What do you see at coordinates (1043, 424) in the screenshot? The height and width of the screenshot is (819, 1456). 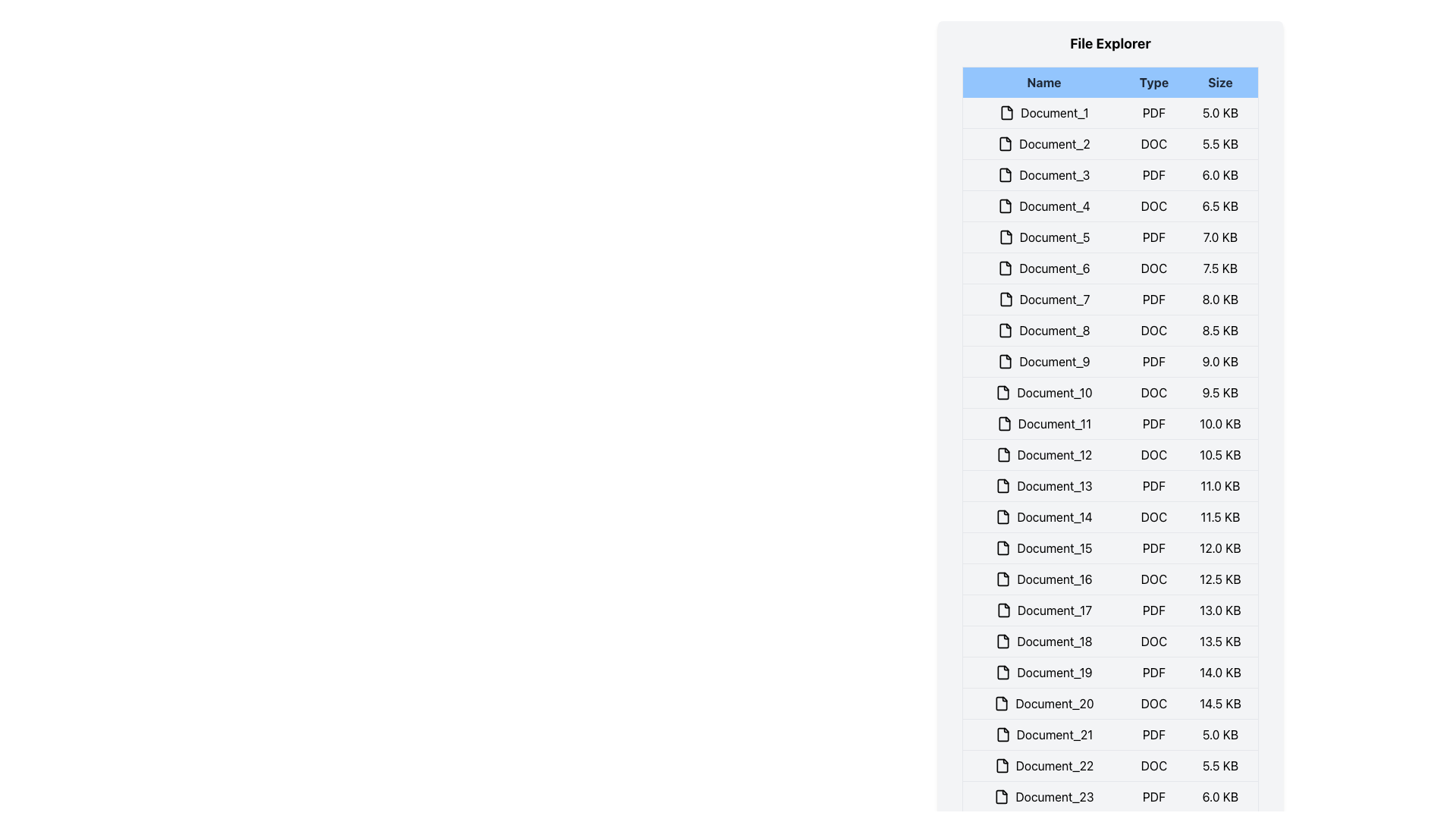 I see `the text label representing the name of the document in the file explorer` at bounding box center [1043, 424].